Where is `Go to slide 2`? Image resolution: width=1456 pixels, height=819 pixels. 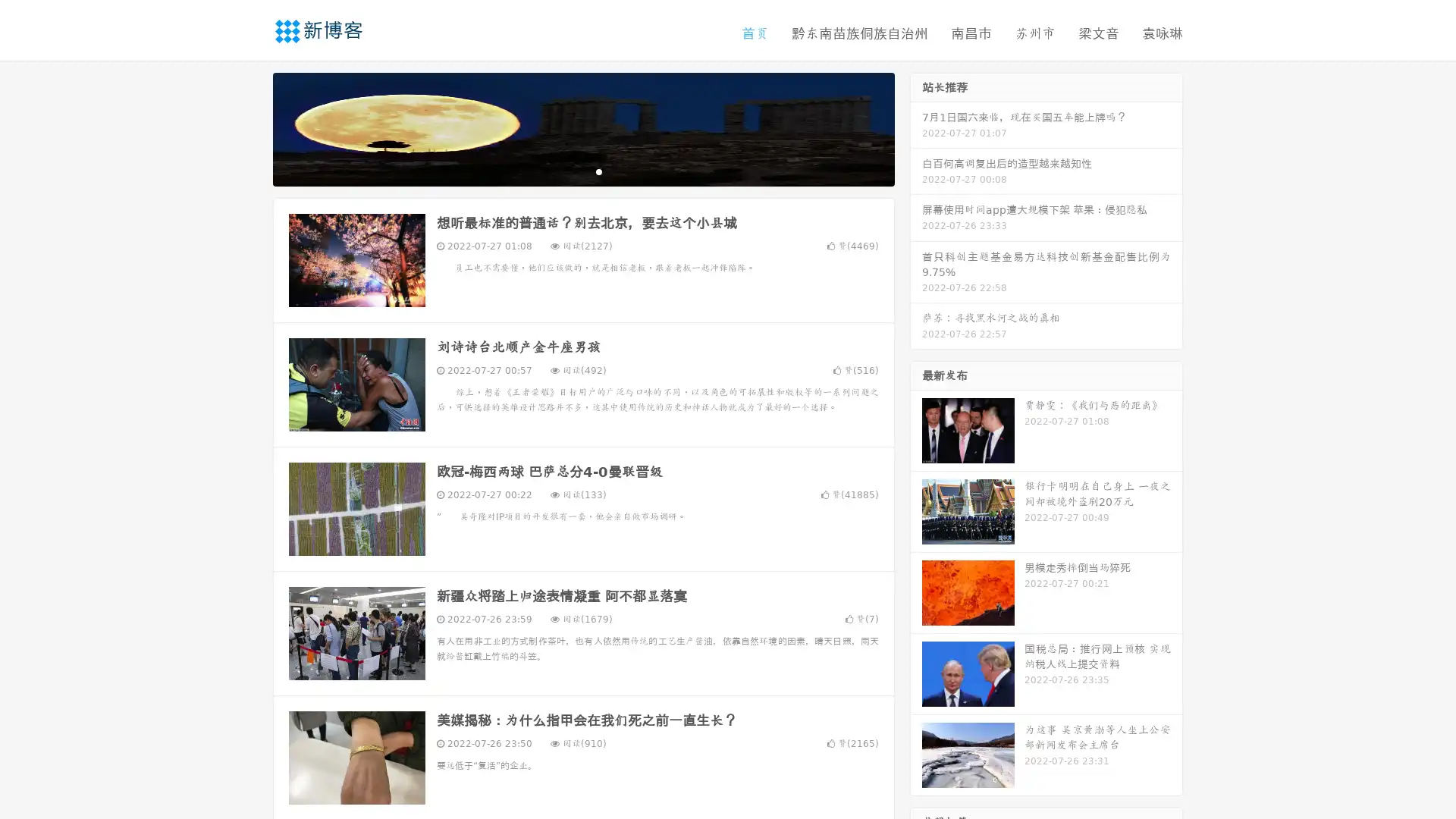
Go to slide 2 is located at coordinates (582, 171).